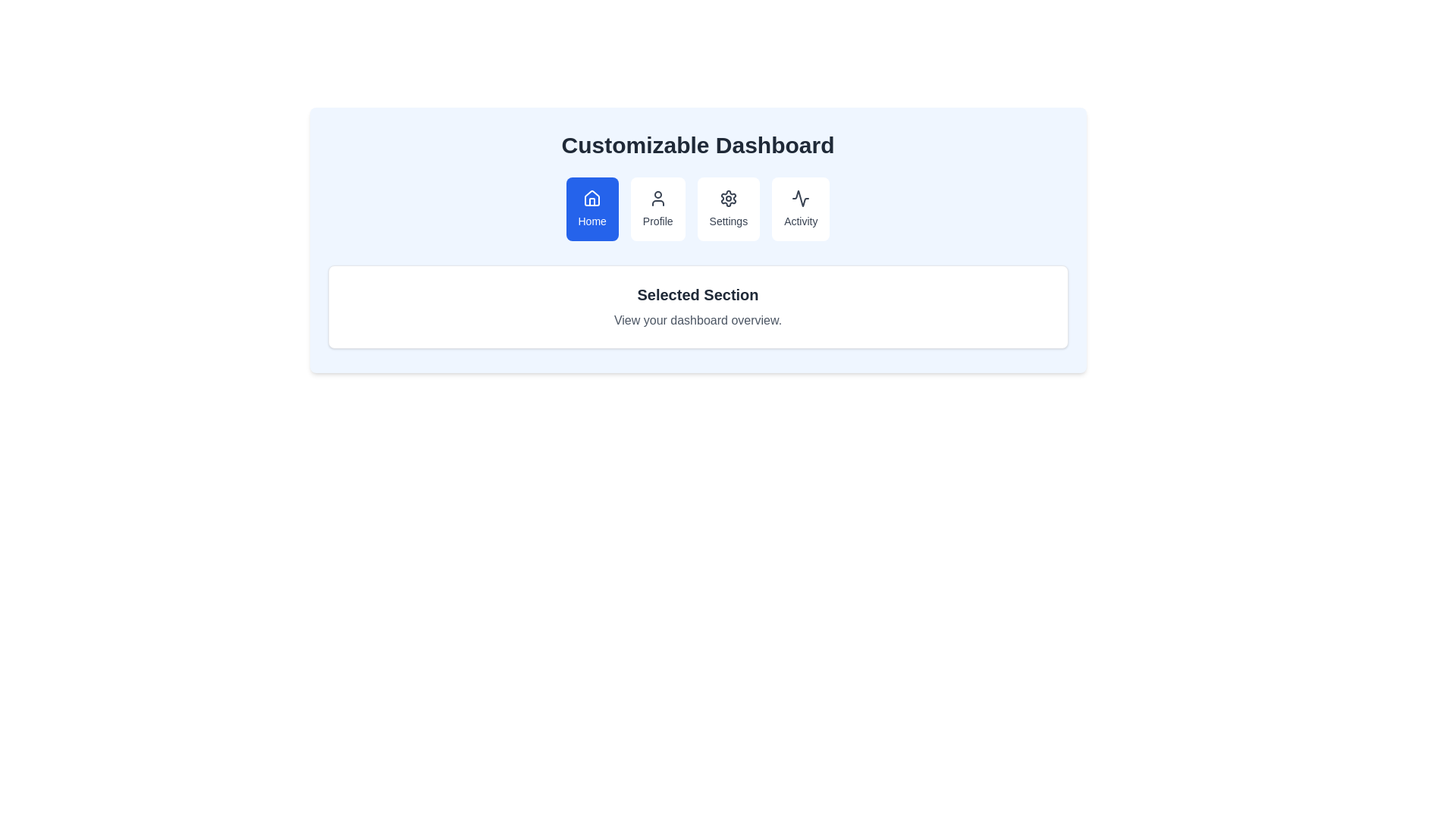 The width and height of the screenshot is (1456, 819). Describe the element at coordinates (591, 221) in the screenshot. I see `the 'Home' text label, which is styled with a small font size and medium weight, located below the house-shaped icon within a blue rounded rectangular button` at that location.